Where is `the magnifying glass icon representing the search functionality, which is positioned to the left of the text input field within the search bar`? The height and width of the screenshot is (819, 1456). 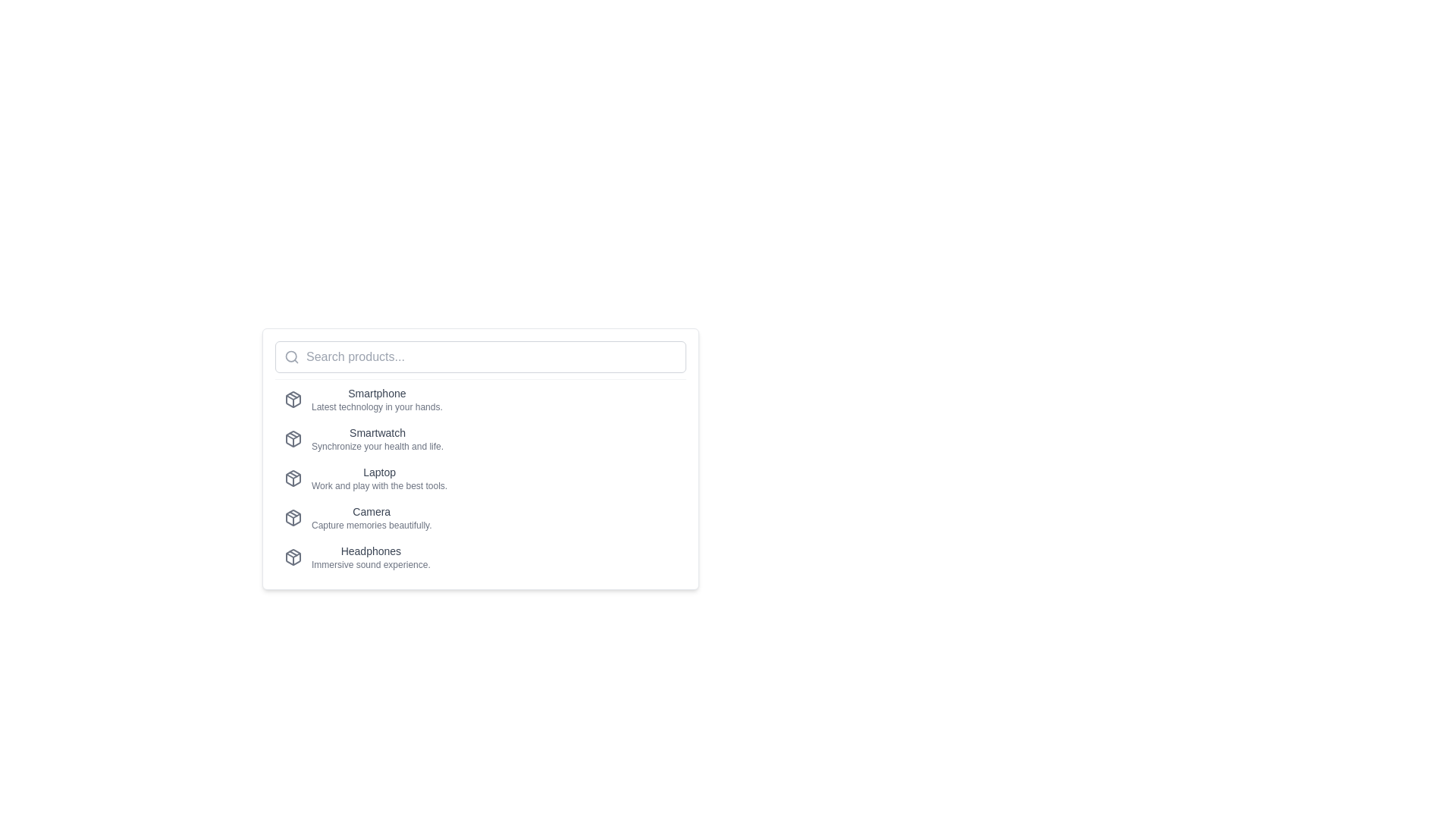 the magnifying glass icon representing the search functionality, which is positioned to the left of the text input field within the search bar is located at coordinates (291, 356).